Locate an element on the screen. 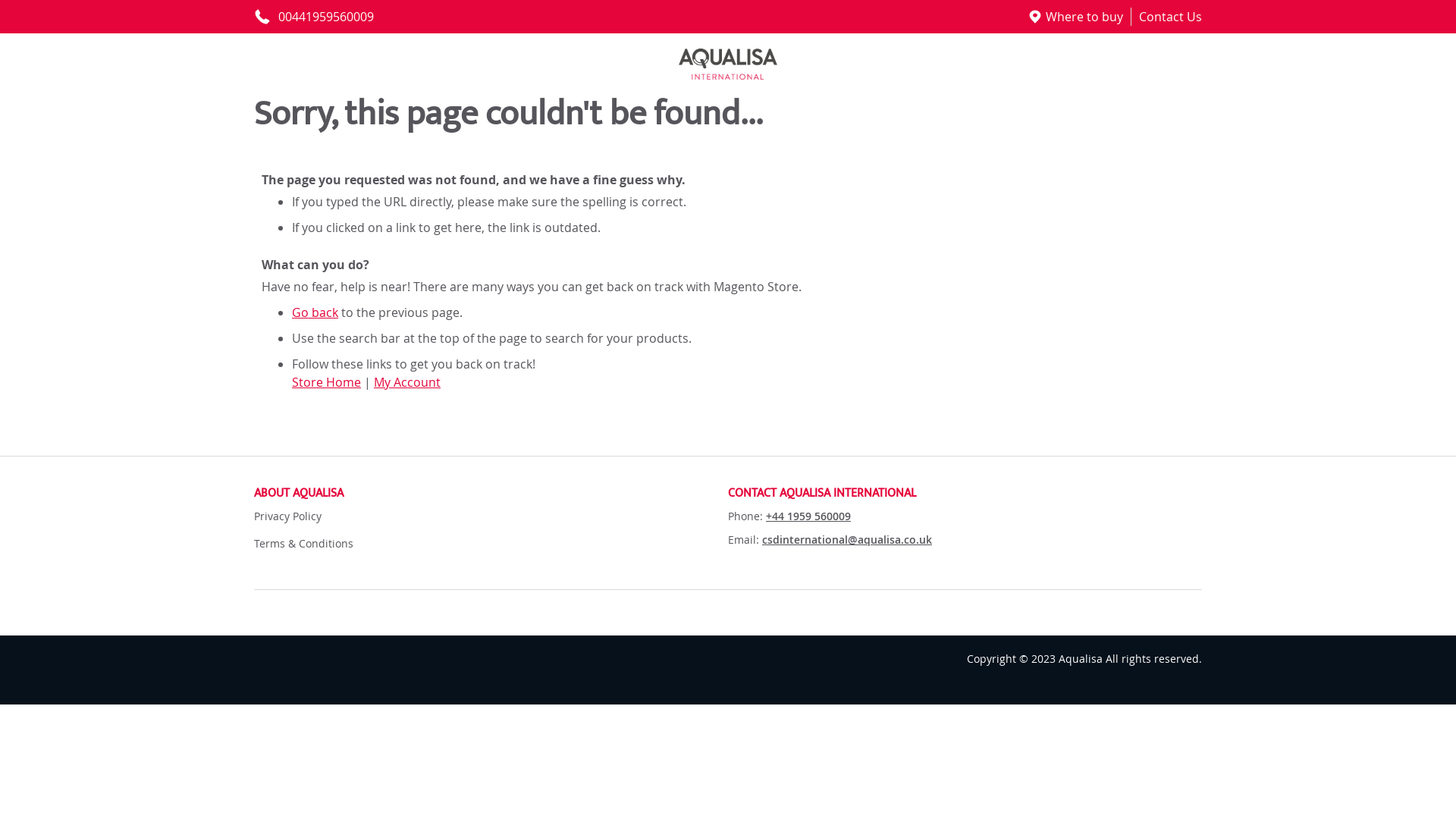 The image size is (1456, 819). 'Privacy Policy' is located at coordinates (287, 515).